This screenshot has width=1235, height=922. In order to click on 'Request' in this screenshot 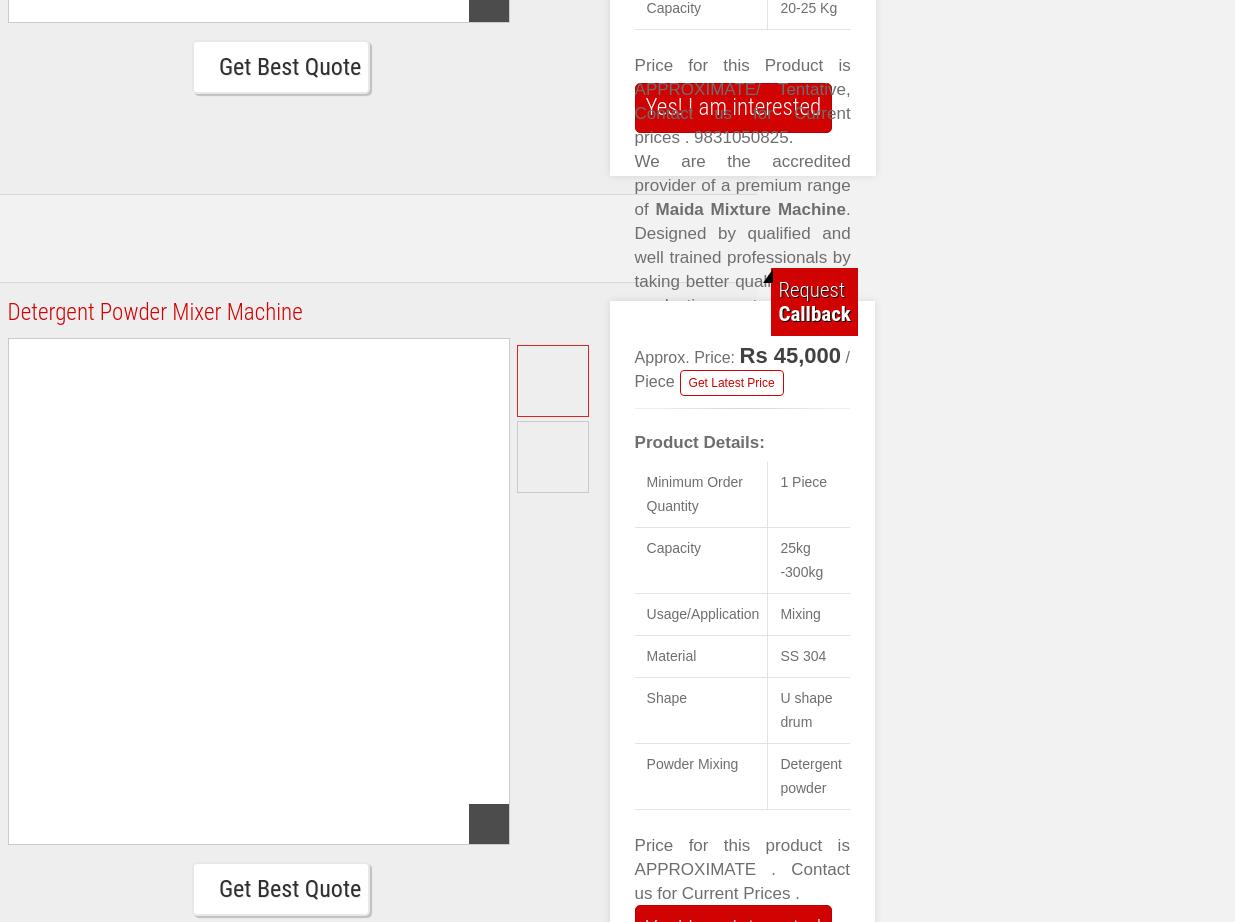, I will do `click(811, 288)`.